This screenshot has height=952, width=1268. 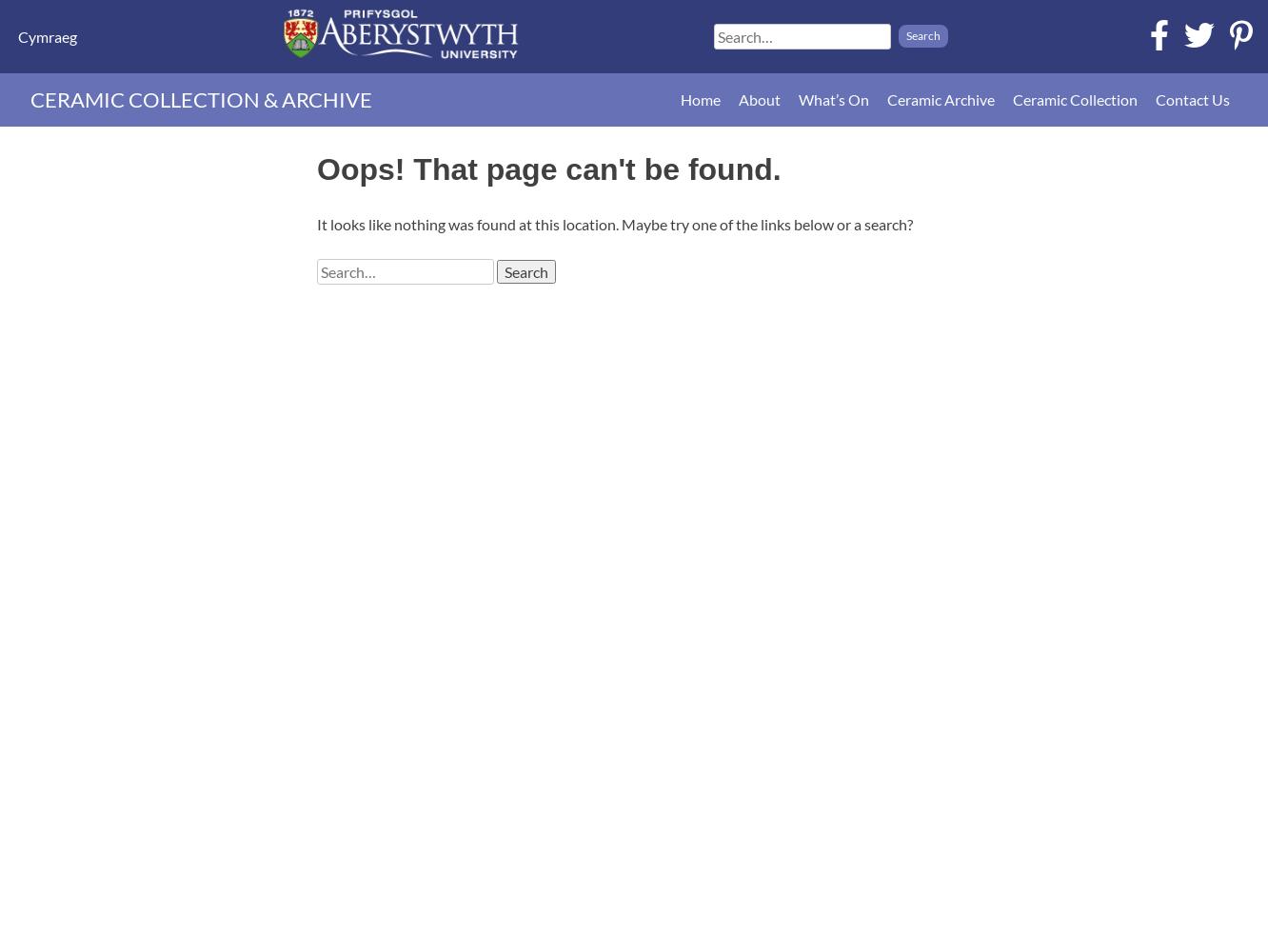 I want to click on 'What’s On', so click(x=833, y=97).